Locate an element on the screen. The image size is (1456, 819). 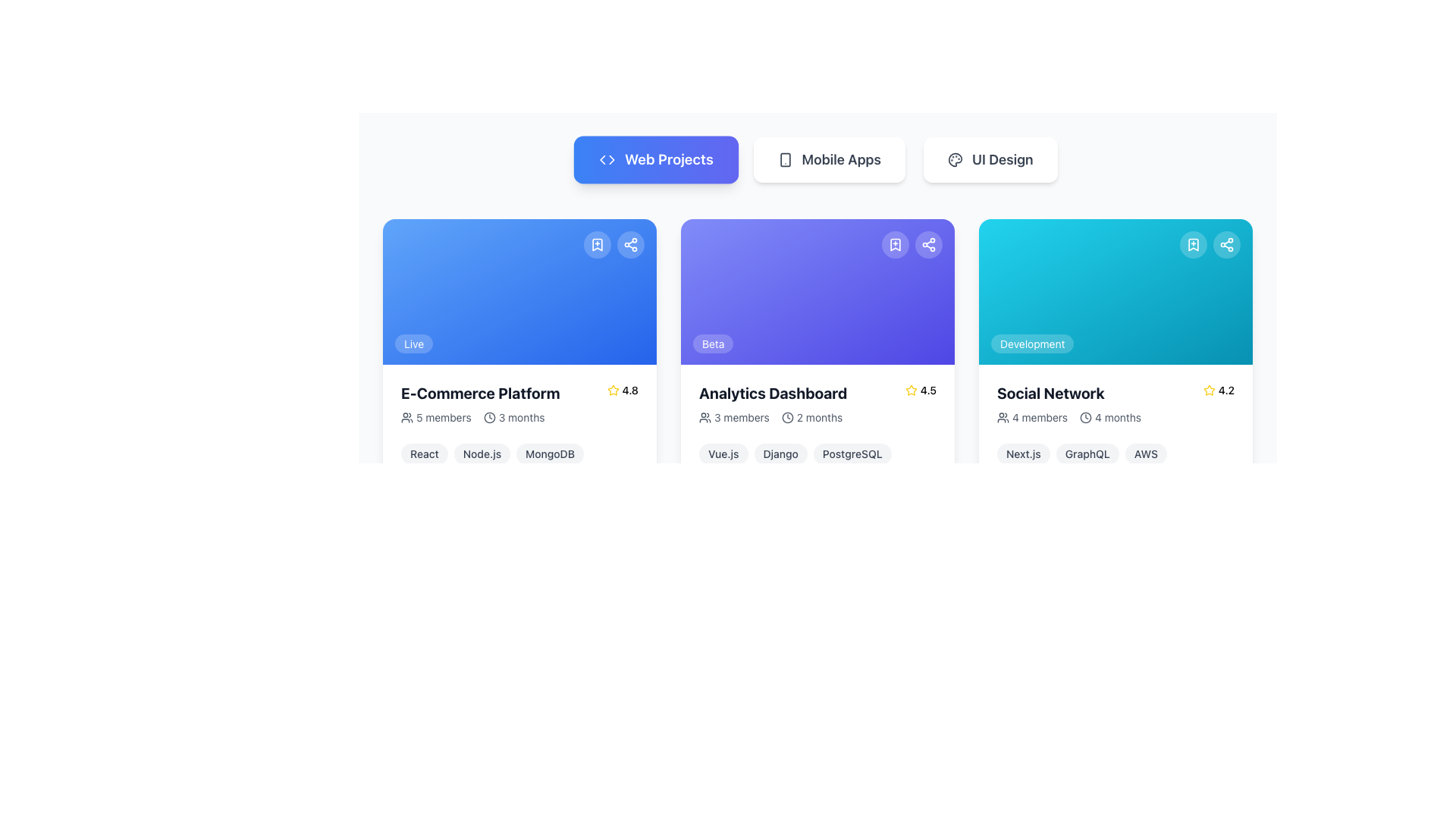
the star icon, which is a yellow-filled star with a black outline located at the bottom-right area of the third card in the grid layout, associated with the 'Social Network' project and adjacent to the numerical rating value '4.2' is located at coordinates (1208, 389).